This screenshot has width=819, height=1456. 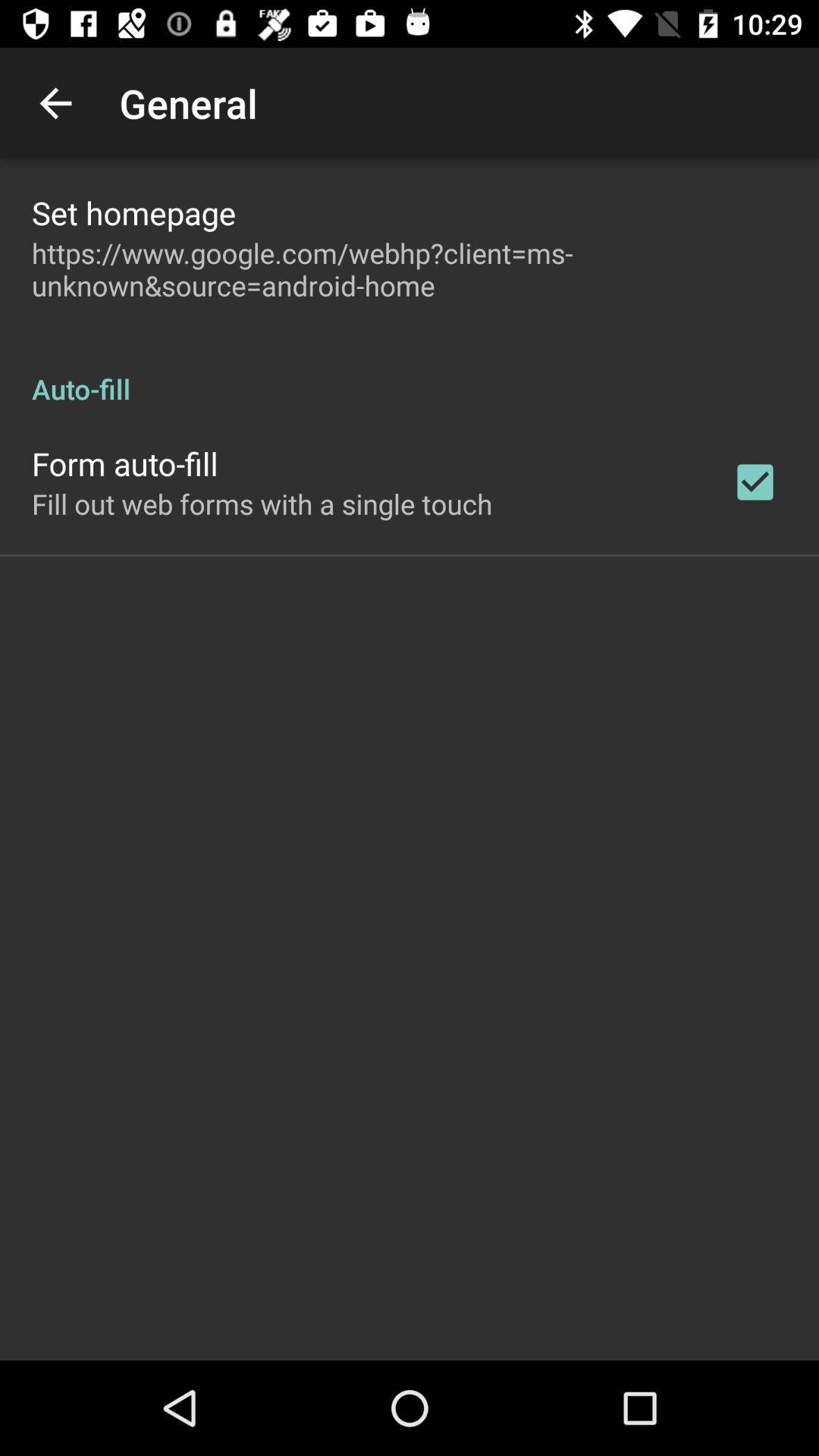 I want to click on the item next to the general, so click(x=55, y=102).